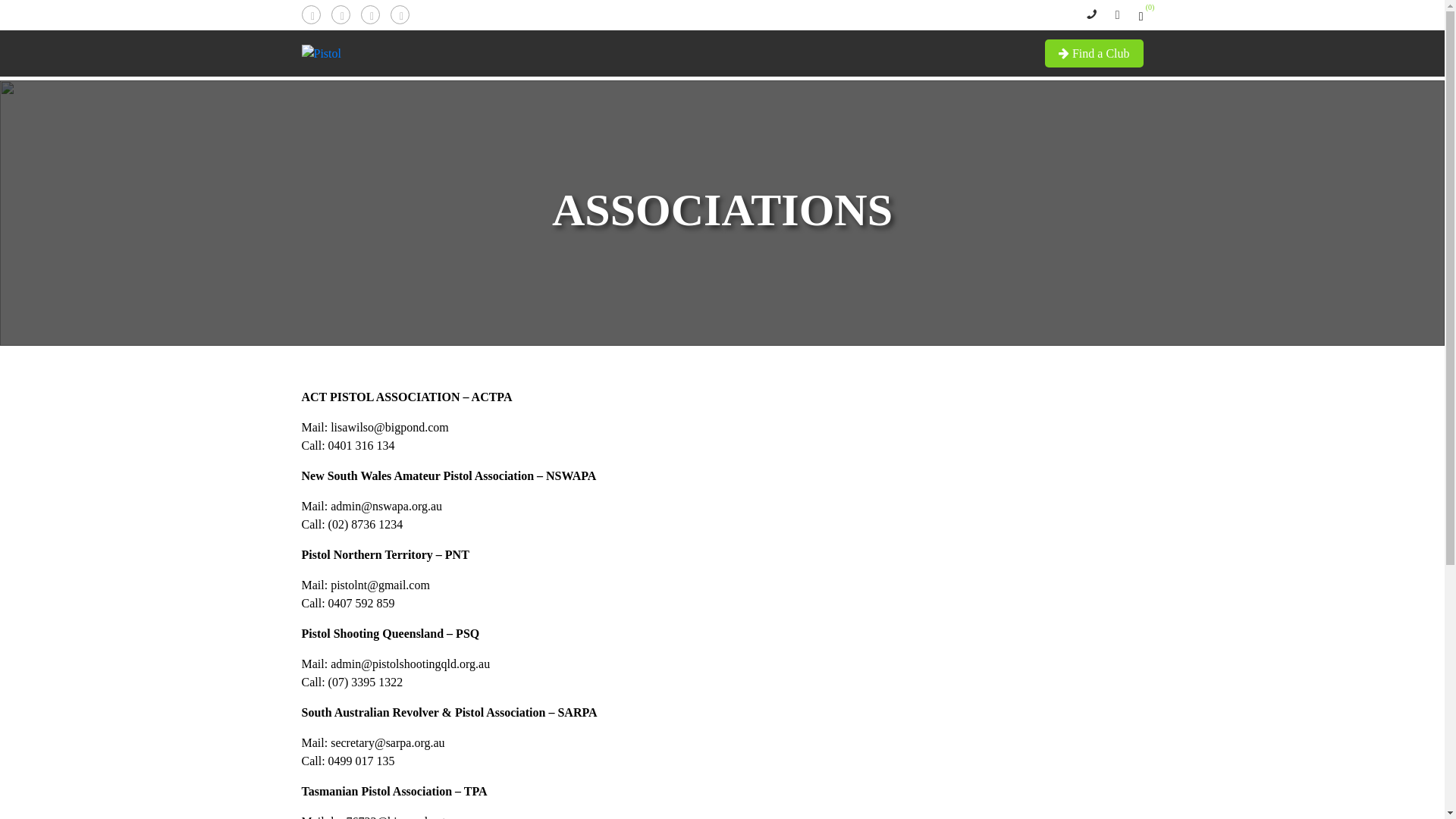 The image size is (1456, 819). Describe the element at coordinates (386, 506) in the screenshot. I see `'admin@nswapa.org.au'` at that location.